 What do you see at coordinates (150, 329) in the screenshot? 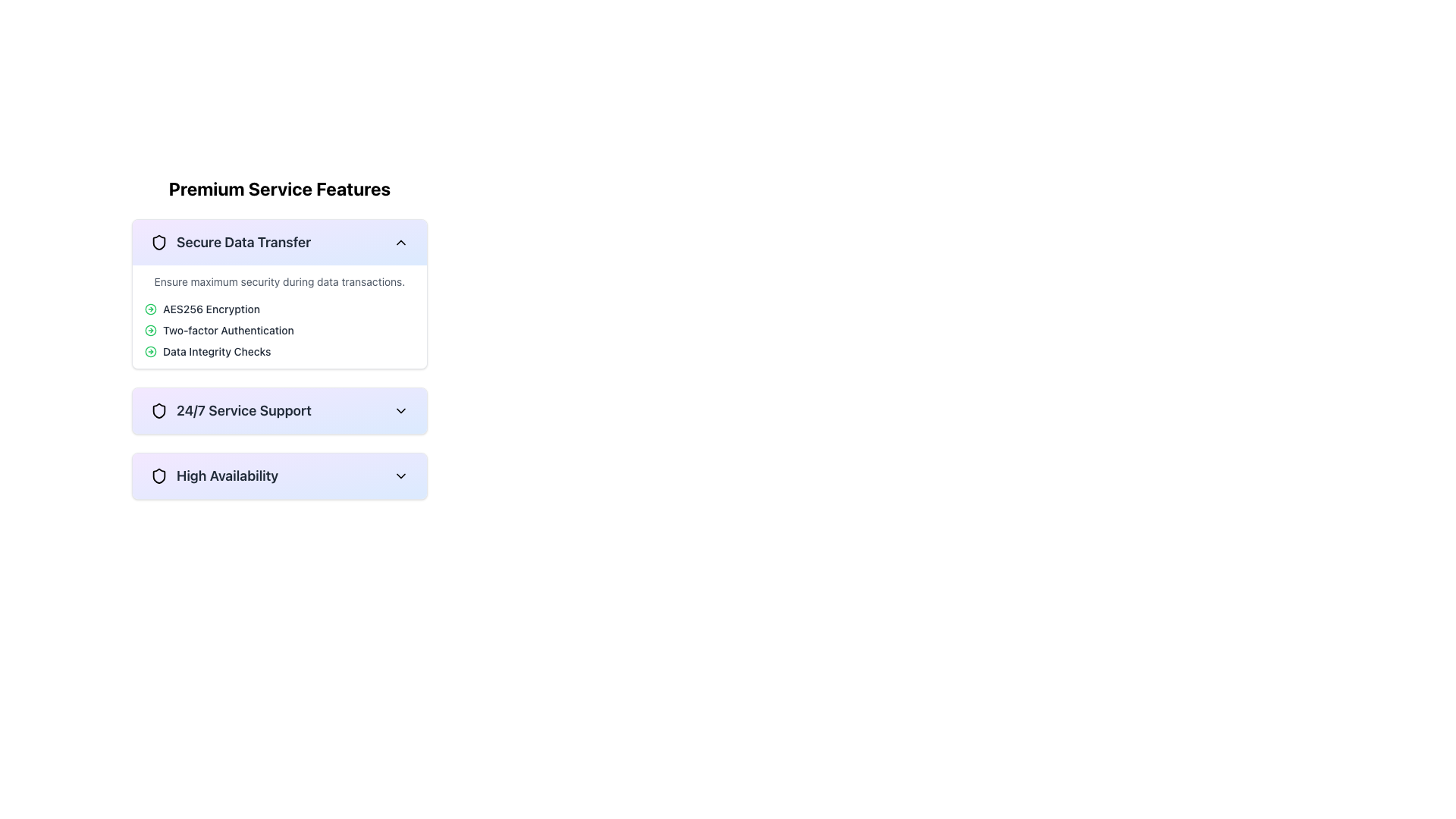
I see `the green circular icon with a right-pointing arrow, located to the left of the 'Two-factor Authentication' text under the 'Secure Data Transfer' section` at bounding box center [150, 329].